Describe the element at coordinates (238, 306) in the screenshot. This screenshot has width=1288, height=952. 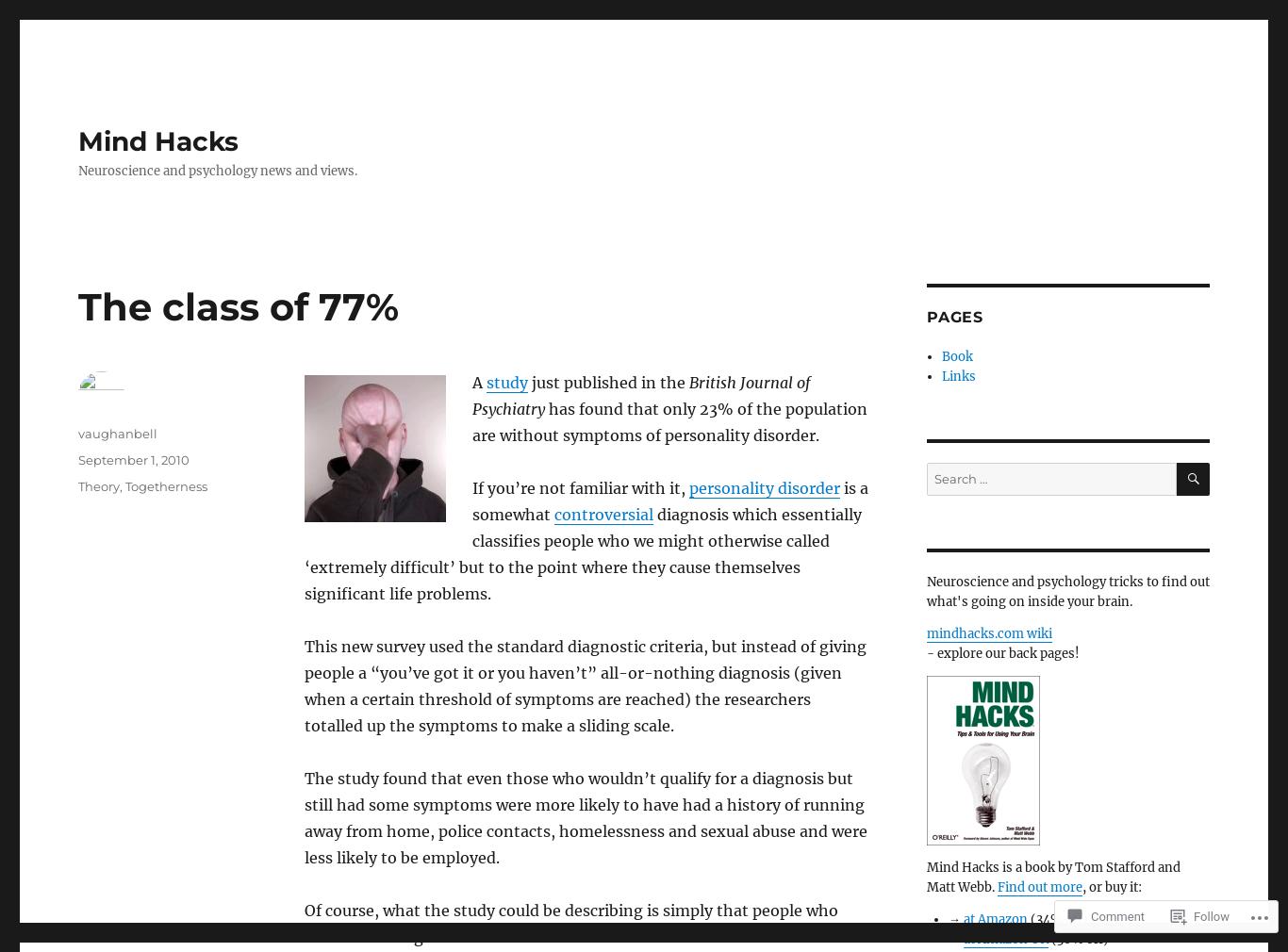
I see `'The class of 77%'` at that location.